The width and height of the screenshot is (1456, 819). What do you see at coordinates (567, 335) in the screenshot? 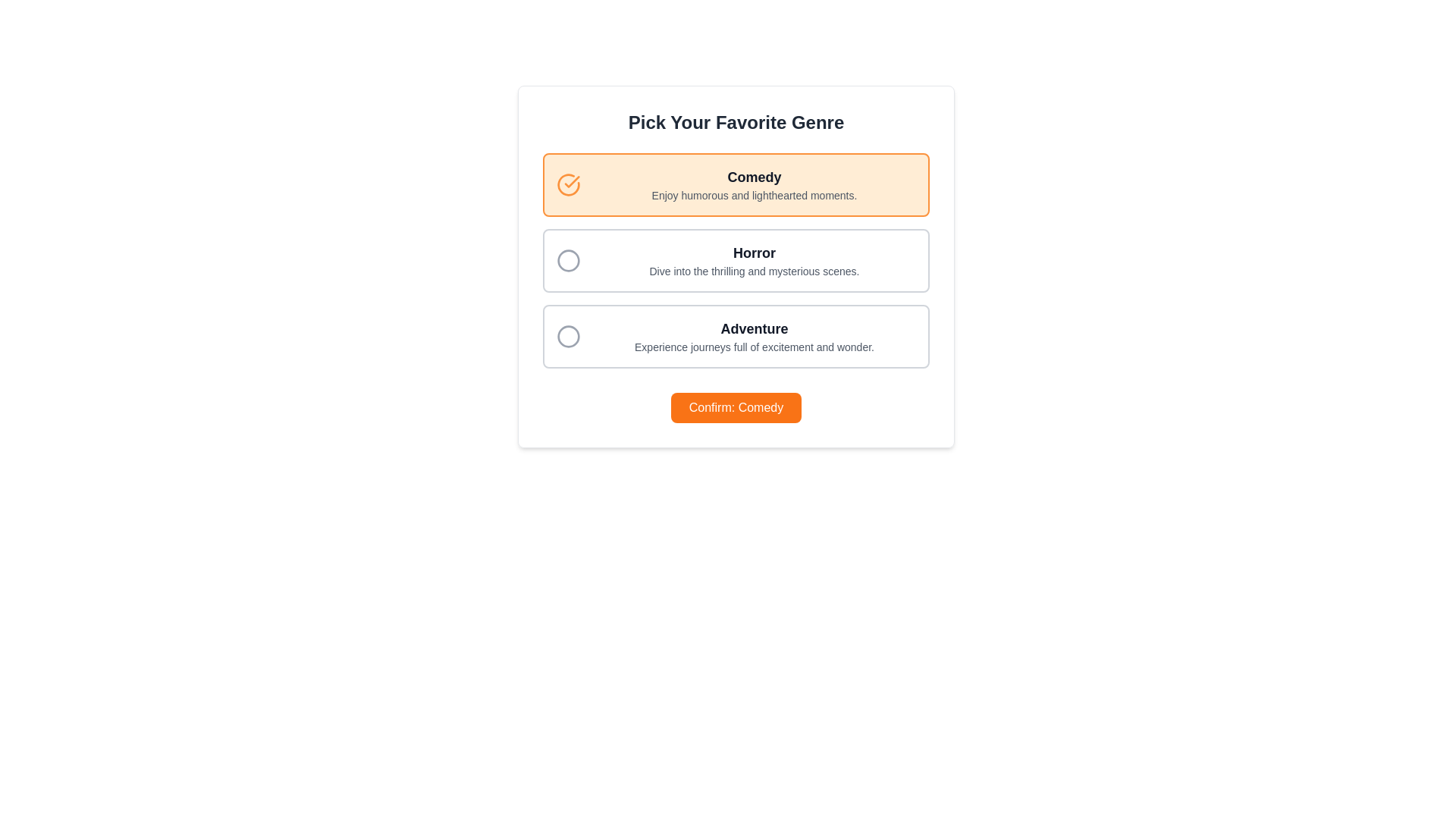
I see `the SVG Circle Graphic that represents the 'Adventure' option, located within the bottom-most item of a vertical list of selectable options` at bounding box center [567, 335].